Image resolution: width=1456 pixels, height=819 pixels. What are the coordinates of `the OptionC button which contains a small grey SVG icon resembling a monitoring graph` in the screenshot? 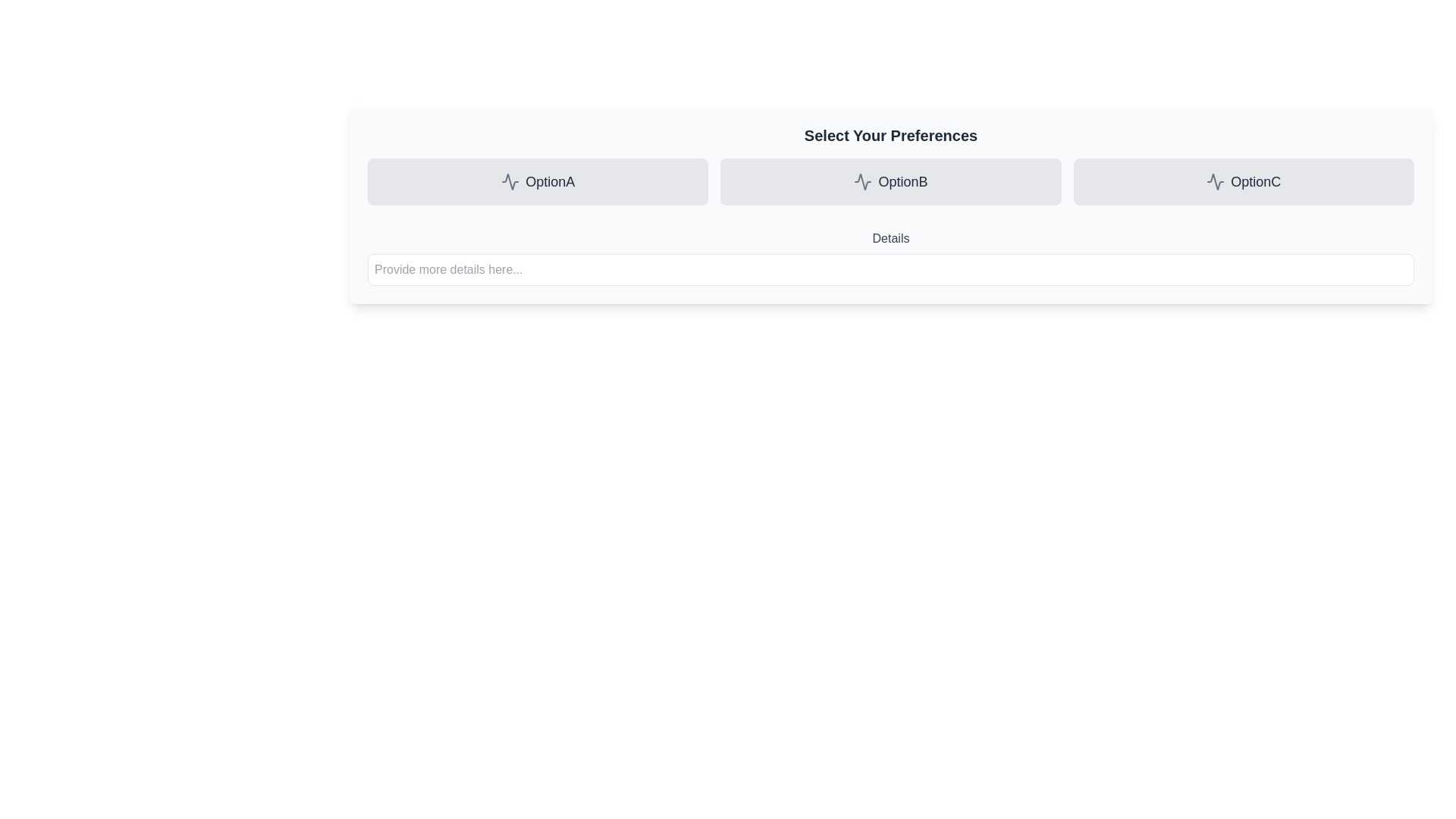 It's located at (1216, 180).